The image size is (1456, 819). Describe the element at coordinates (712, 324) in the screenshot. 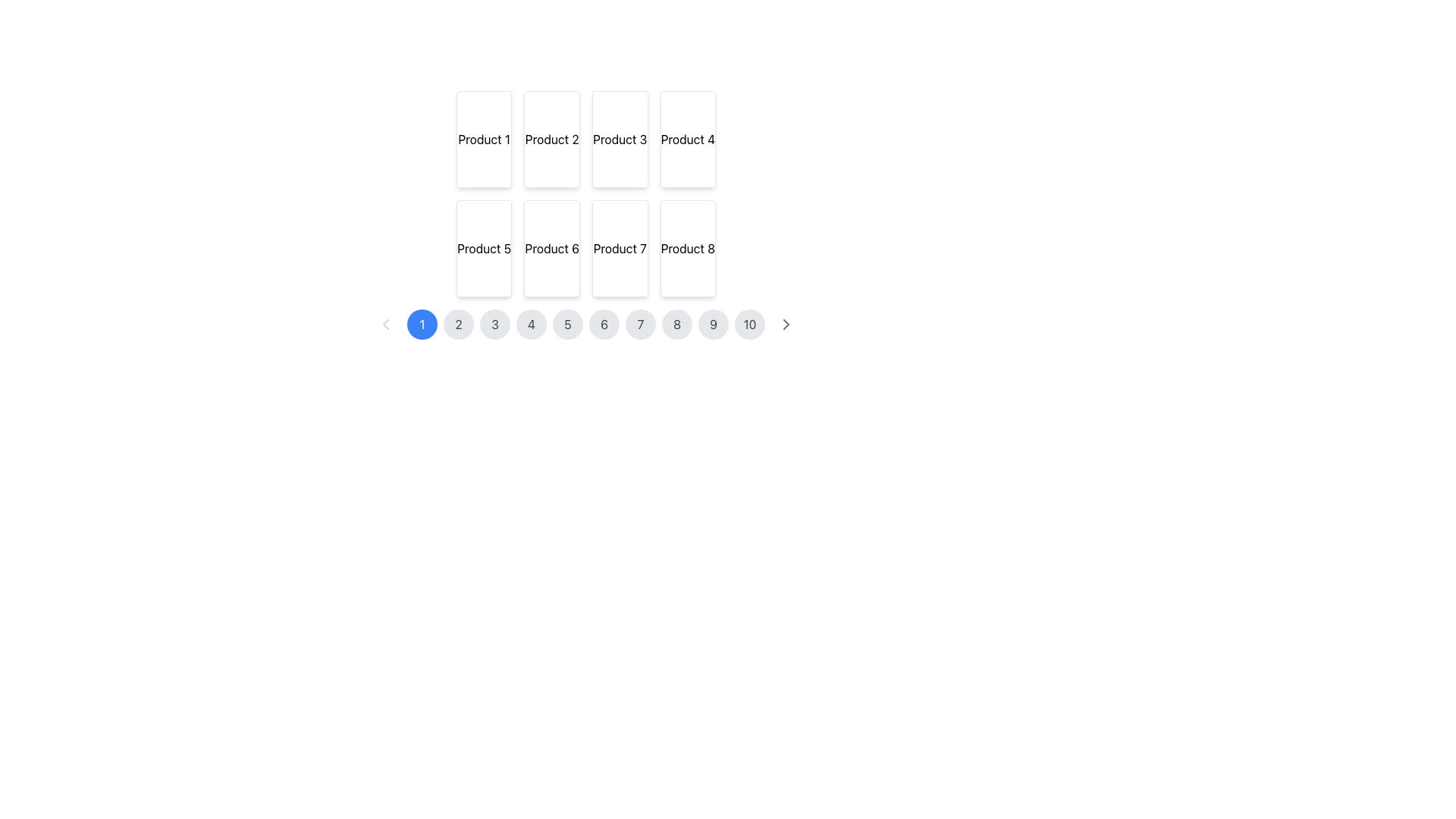

I see `the ninth pagination button located at the bottom center of the page to switch to the ninth page of content` at that location.